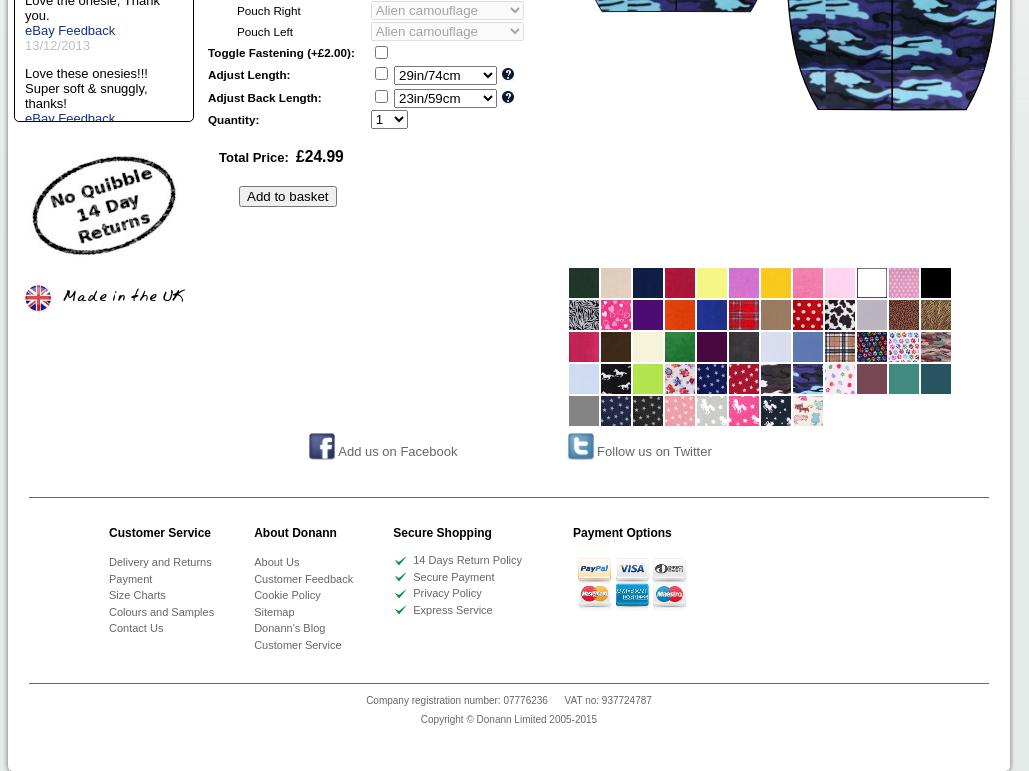 This screenshot has height=771, width=1029. Describe the element at coordinates (295, 531) in the screenshot. I see `'About Donann'` at that location.